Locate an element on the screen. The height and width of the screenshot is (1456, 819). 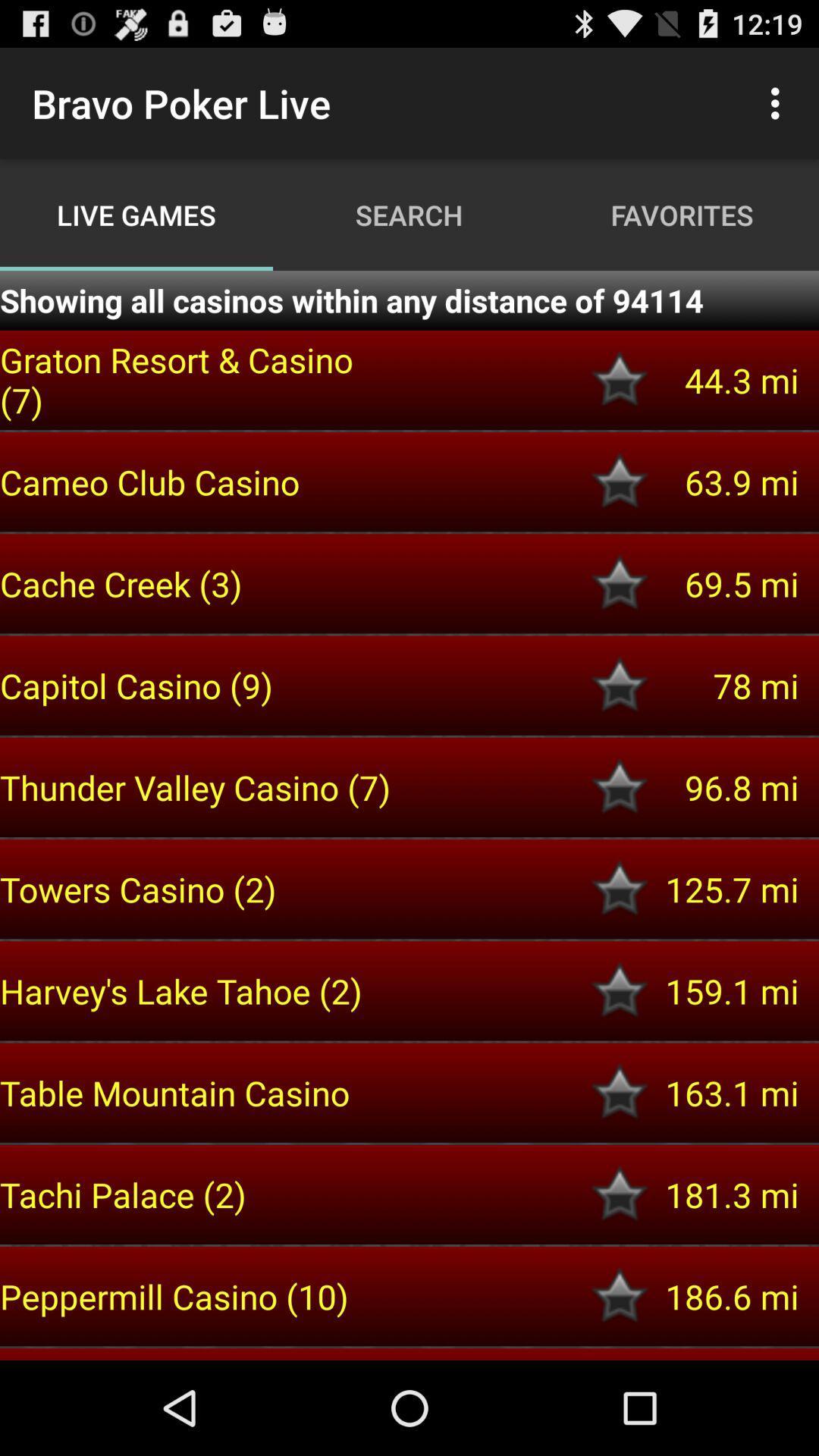
the thunder valley casino item is located at coordinates (198, 787).